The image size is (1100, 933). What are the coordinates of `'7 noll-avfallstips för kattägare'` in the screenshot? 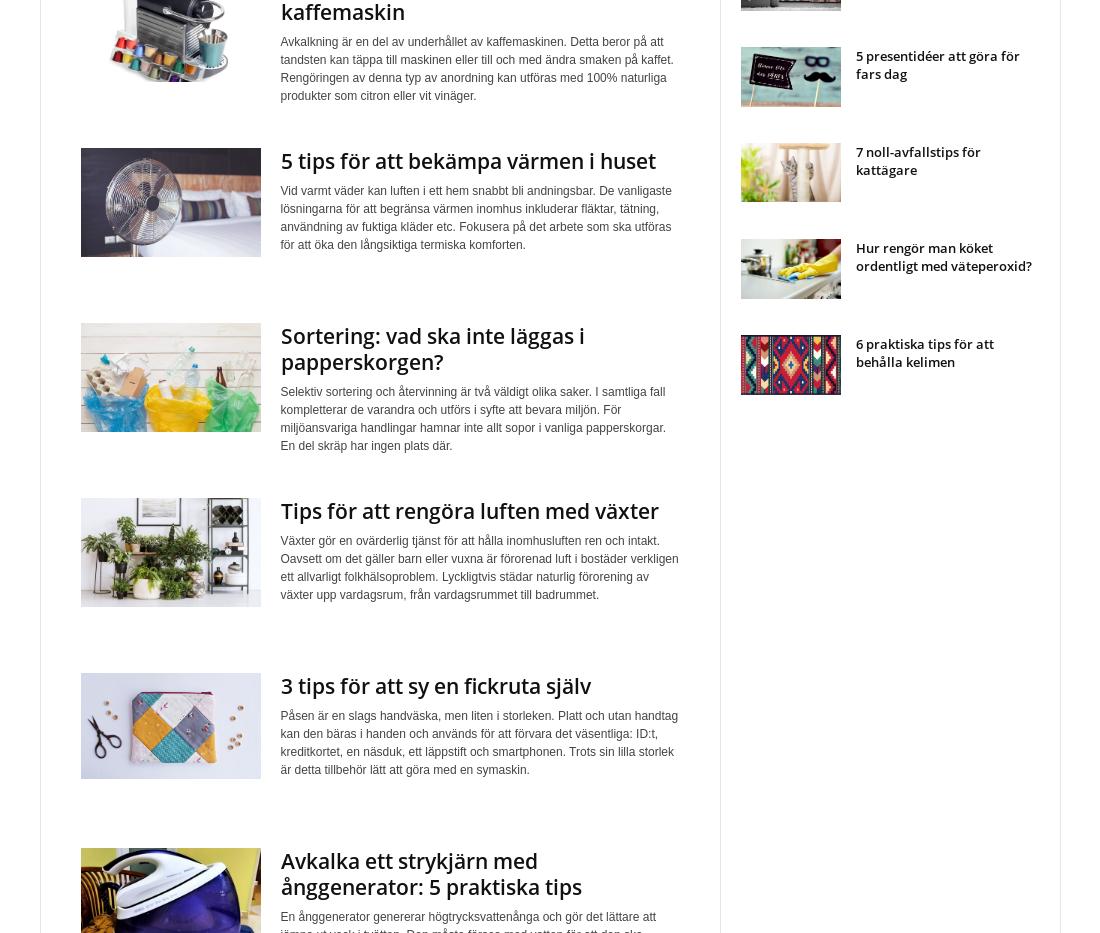 It's located at (917, 160).